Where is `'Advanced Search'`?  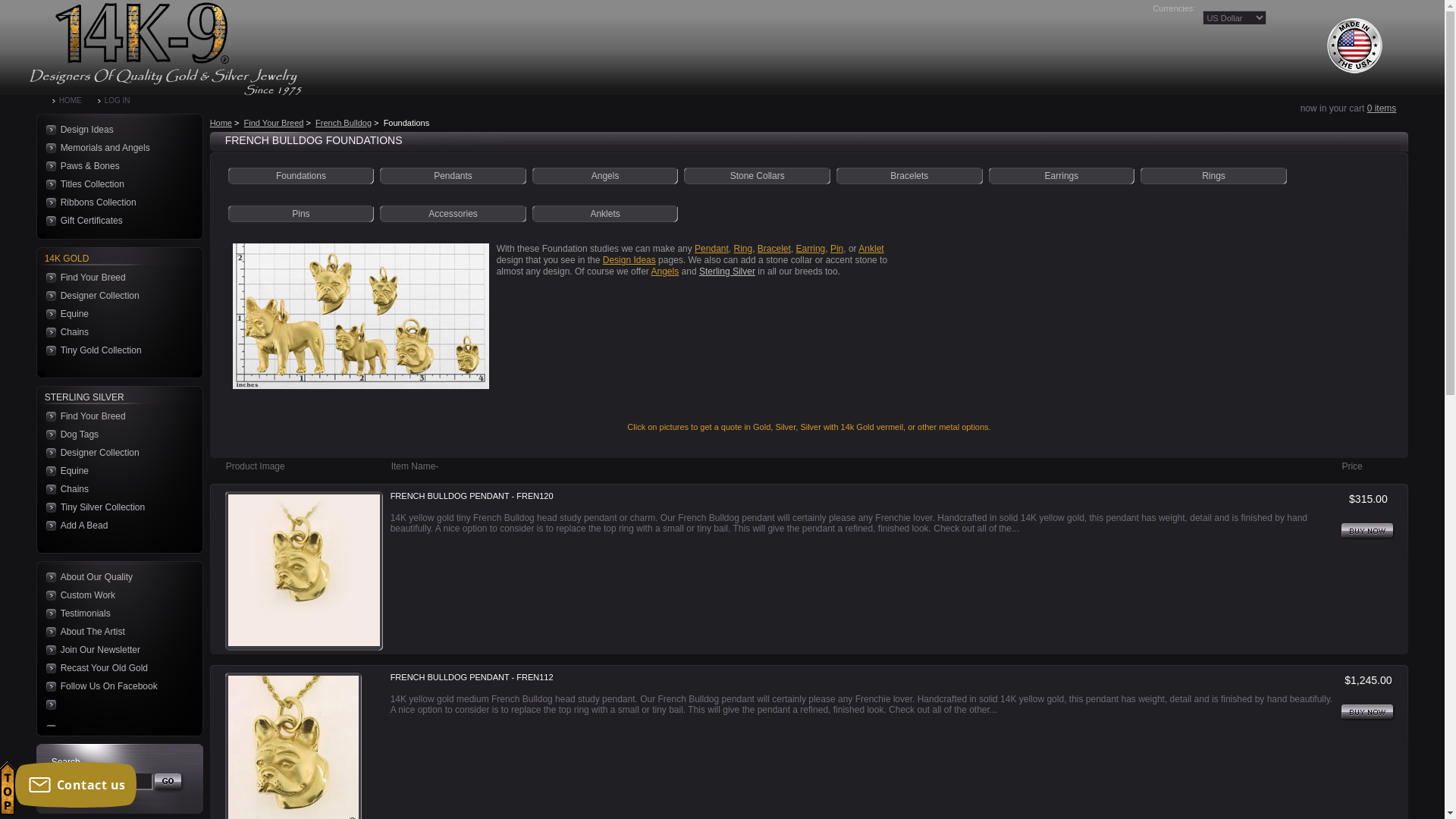 'Advanced Search' is located at coordinates (83, 801).